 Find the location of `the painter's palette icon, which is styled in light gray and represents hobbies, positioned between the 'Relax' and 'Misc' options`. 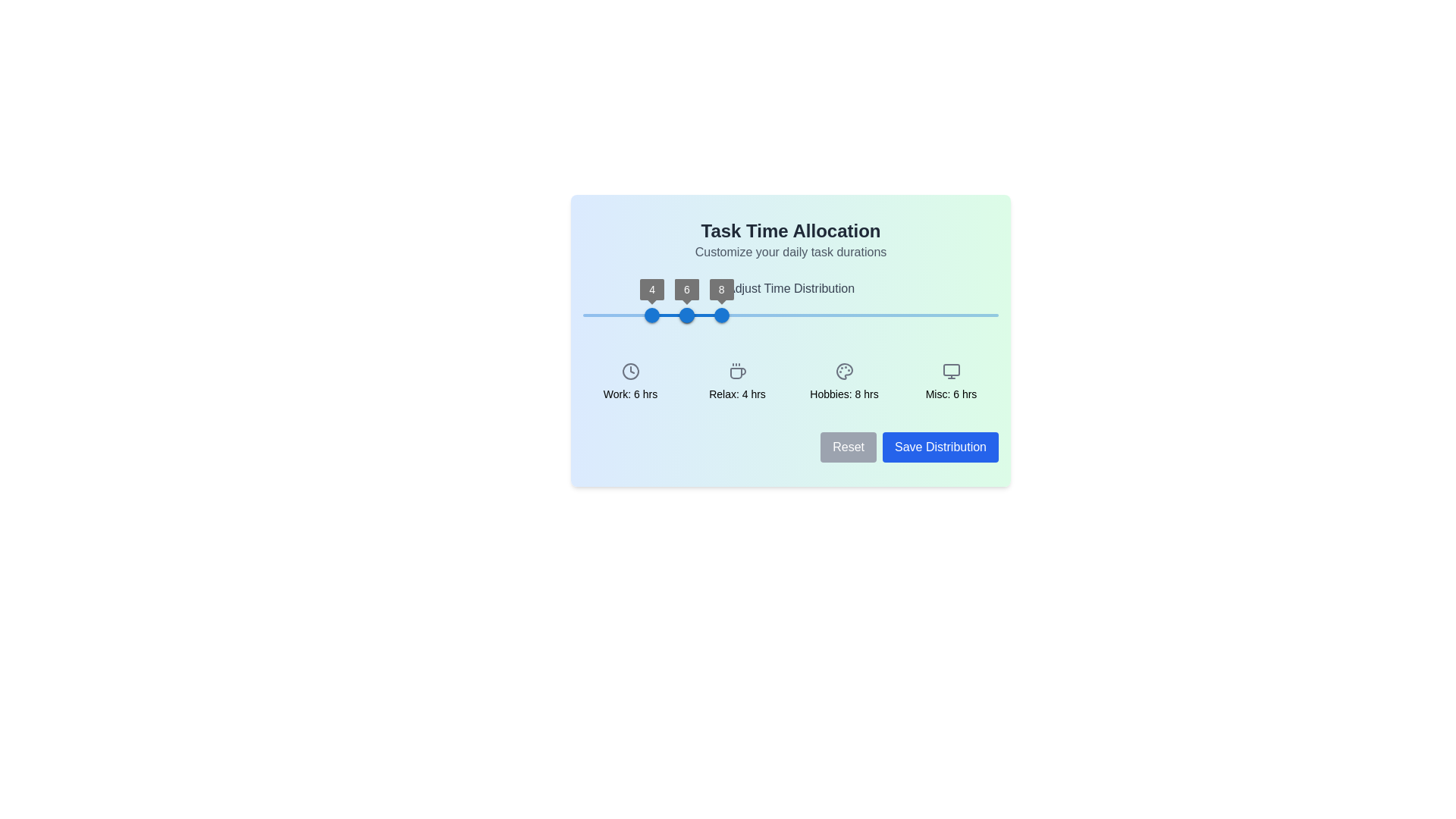

the painter's palette icon, which is styled in light gray and represents hobbies, positioned between the 'Relax' and 'Misc' options is located at coordinates (843, 371).